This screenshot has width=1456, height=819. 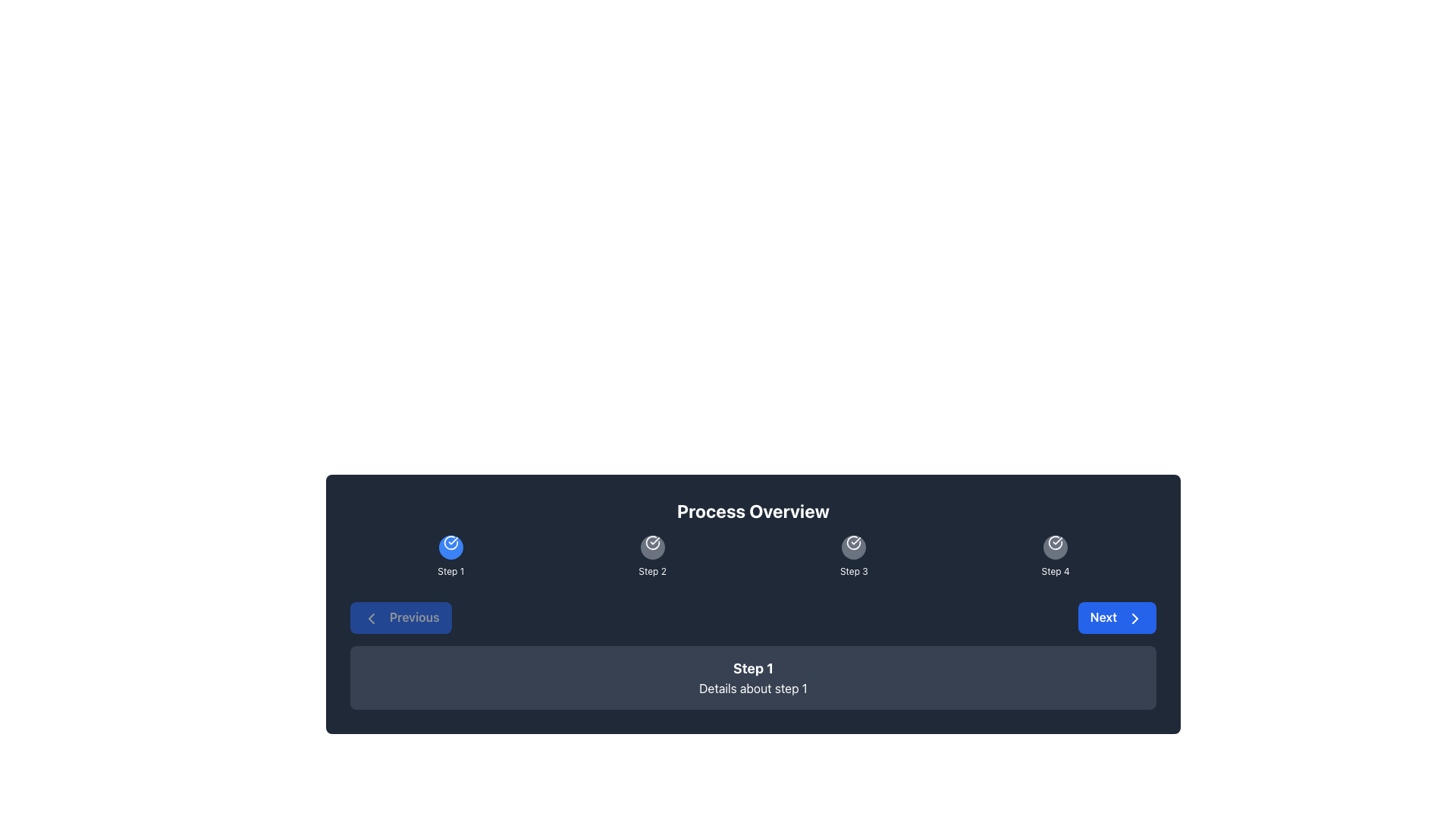 I want to click on the 'Step 1' text label, which is positioned below the circular checkmark icon in the process overview section, so click(x=450, y=571).